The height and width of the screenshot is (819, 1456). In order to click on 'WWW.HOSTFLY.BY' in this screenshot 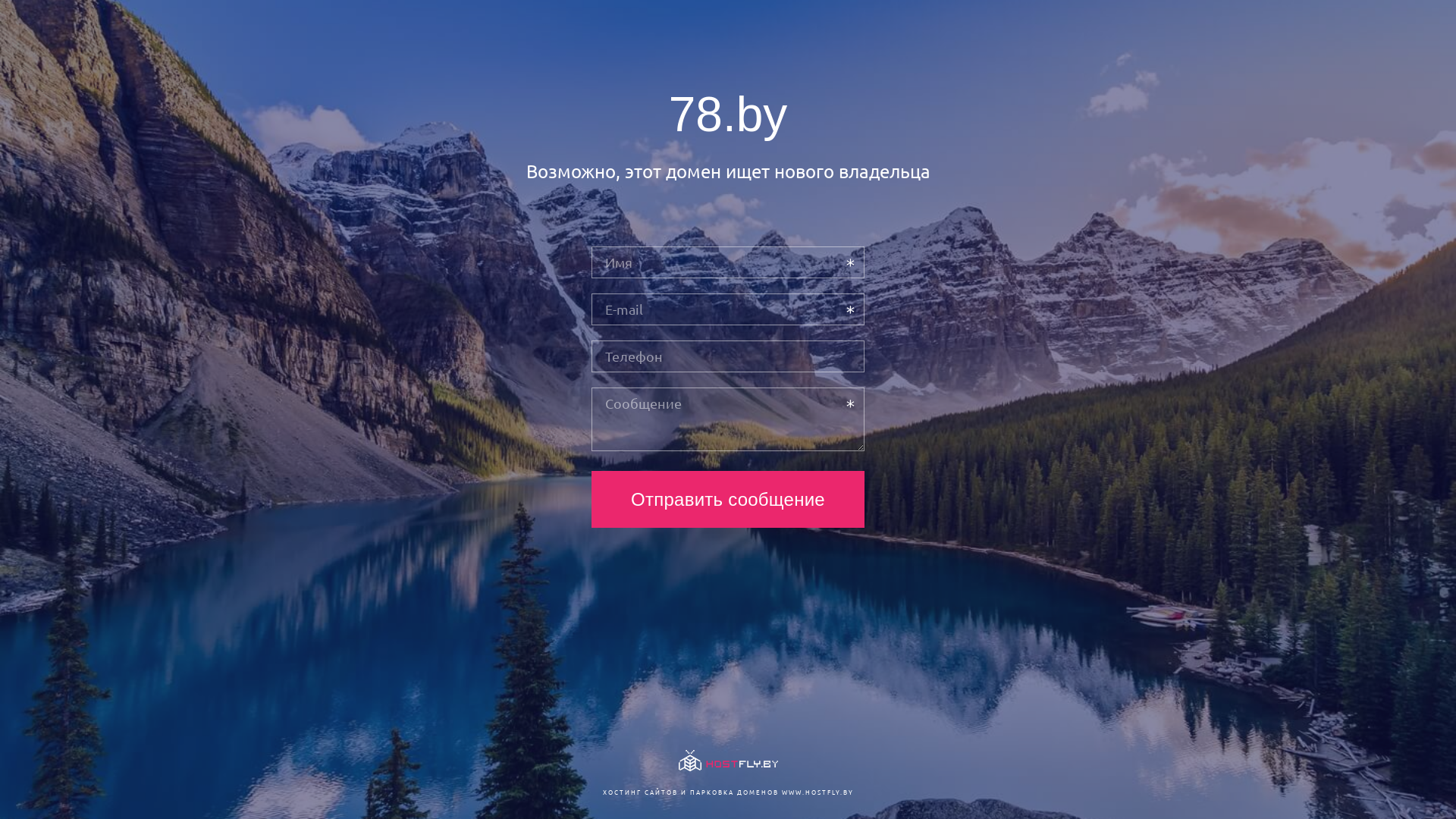, I will do `click(781, 791)`.